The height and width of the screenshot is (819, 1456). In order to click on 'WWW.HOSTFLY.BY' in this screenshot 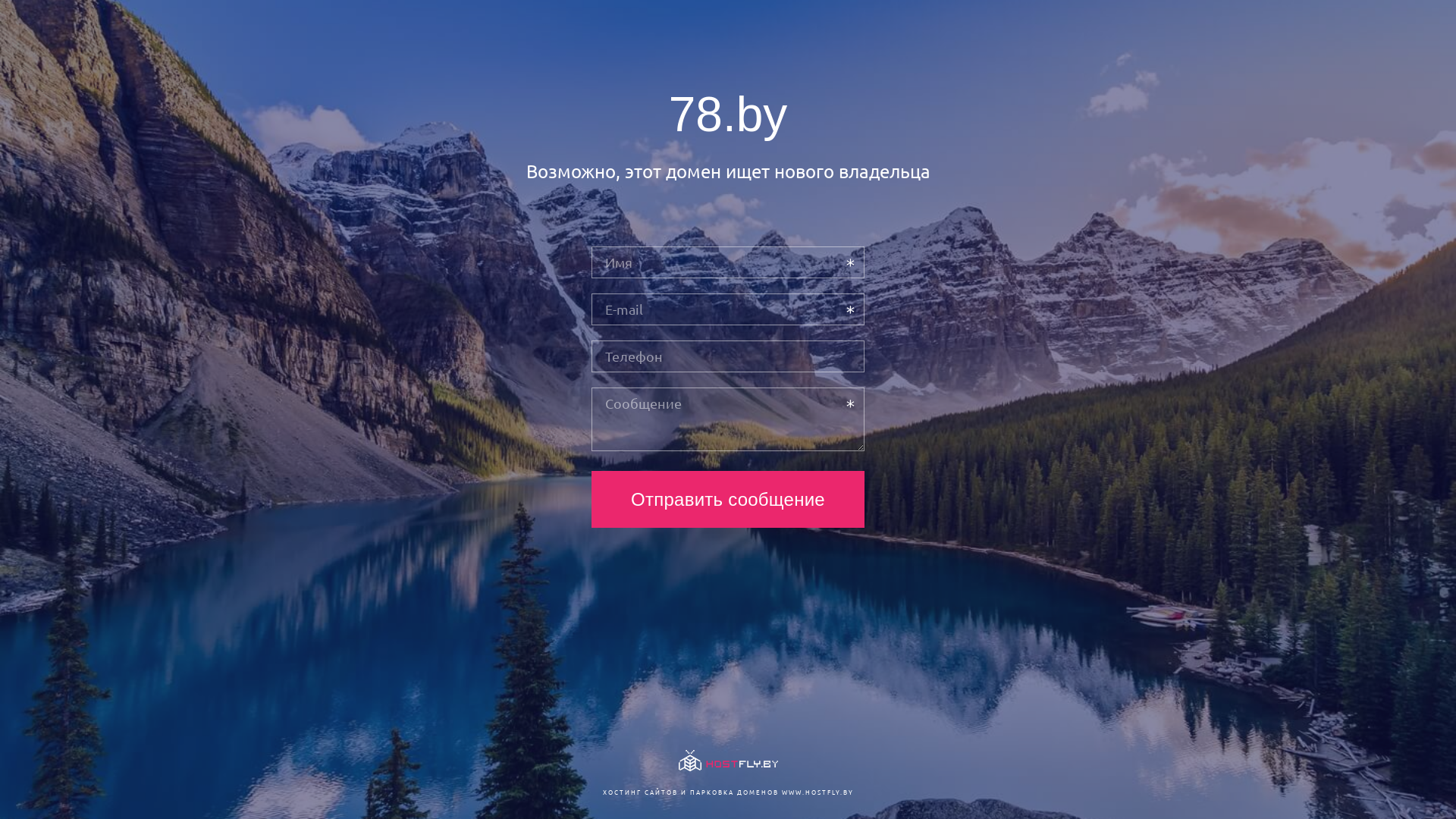, I will do `click(781, 791)`.